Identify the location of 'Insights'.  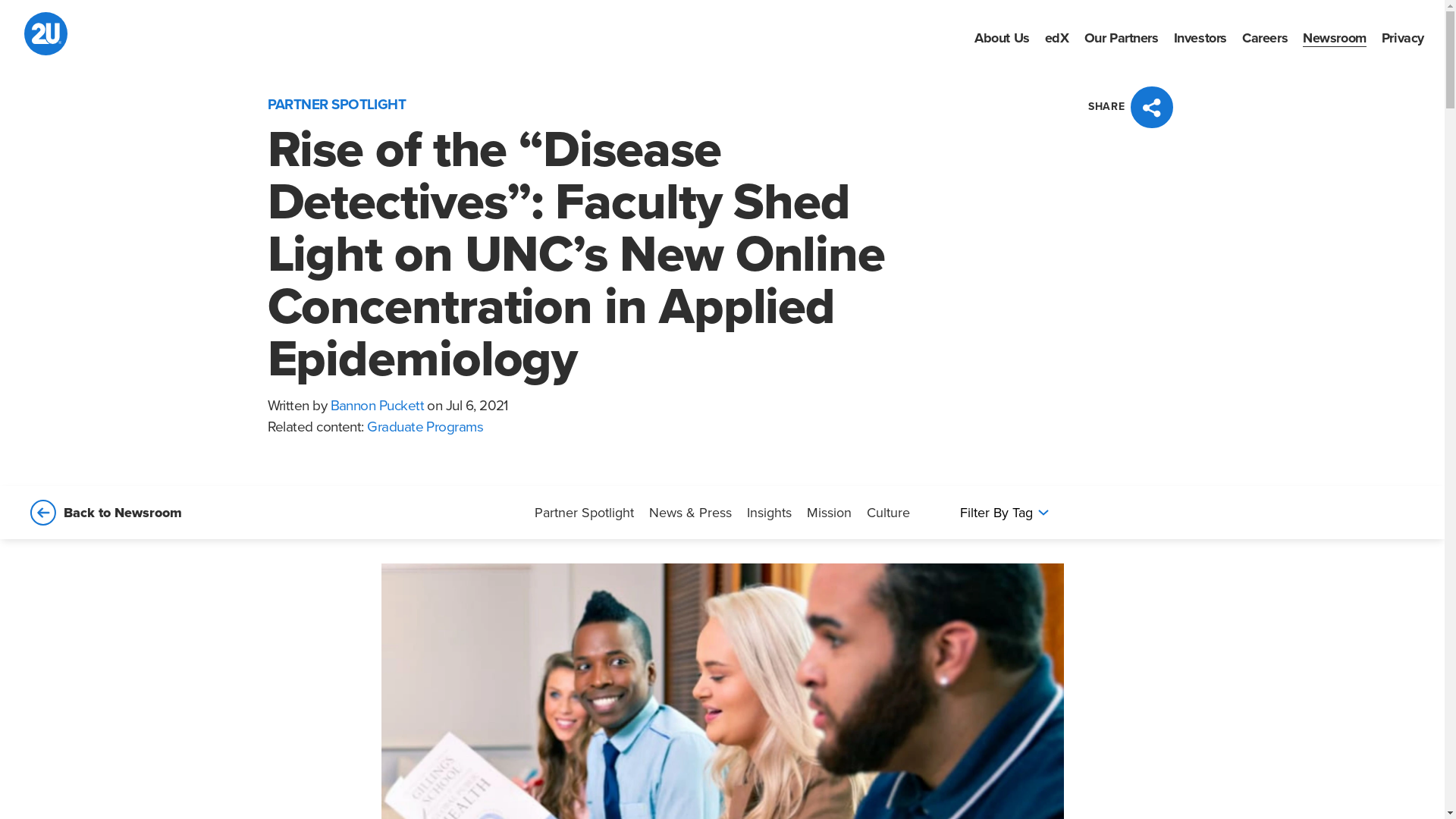
(746, 512).